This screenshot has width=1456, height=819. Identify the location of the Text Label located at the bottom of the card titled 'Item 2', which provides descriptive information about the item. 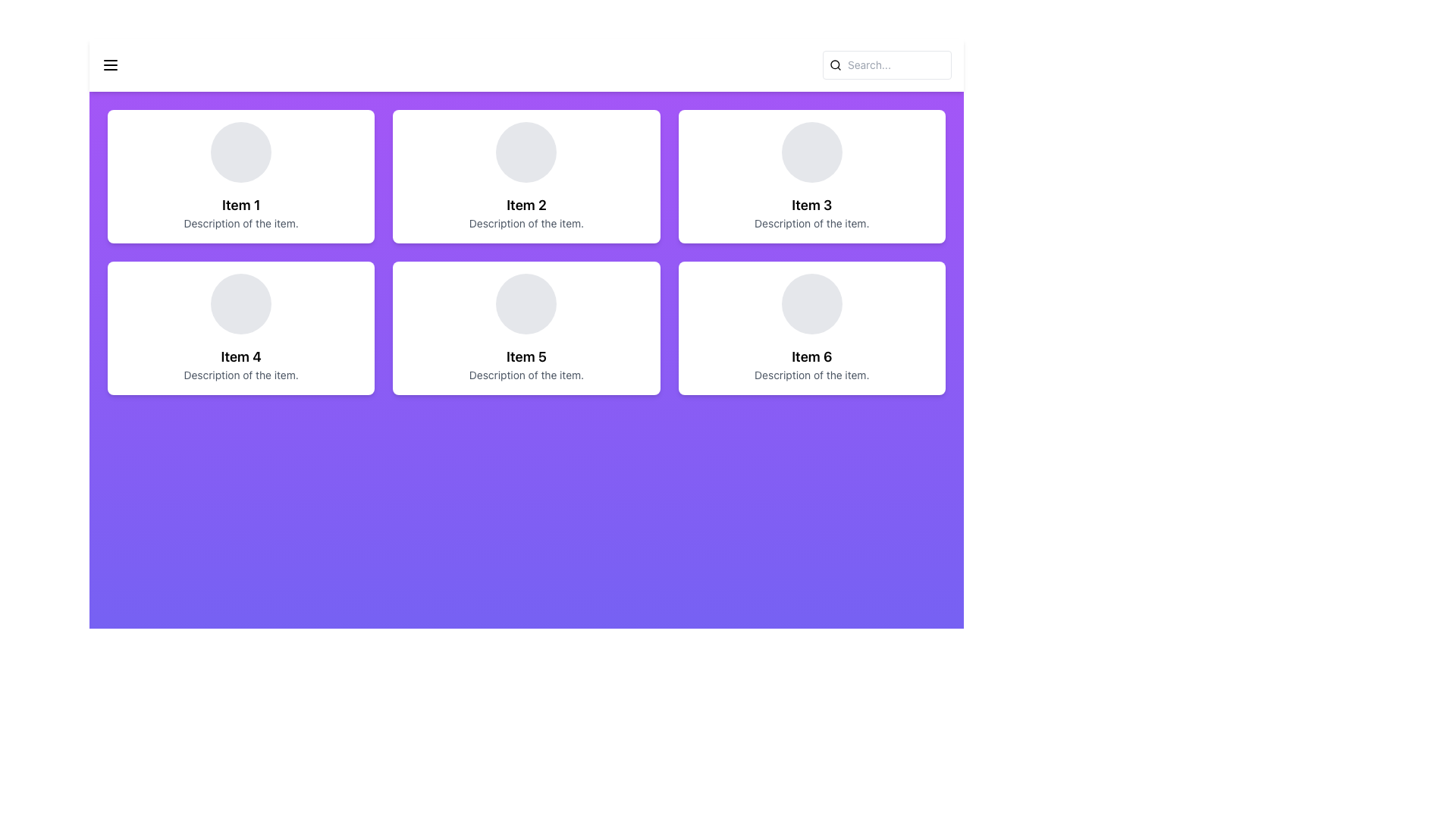
(526, 223).